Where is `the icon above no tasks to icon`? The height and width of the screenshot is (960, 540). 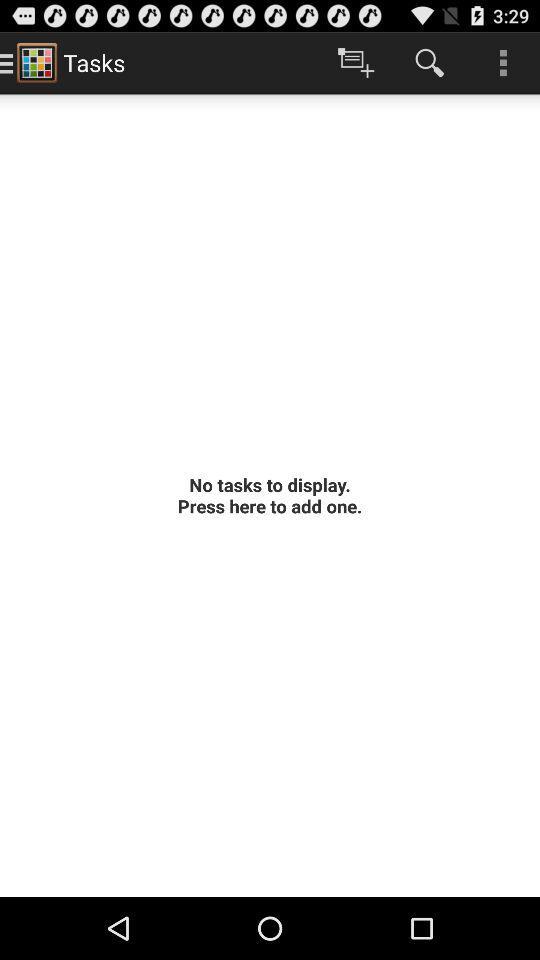
the icon above no tasks to icon is located at coordinates (502, 62).